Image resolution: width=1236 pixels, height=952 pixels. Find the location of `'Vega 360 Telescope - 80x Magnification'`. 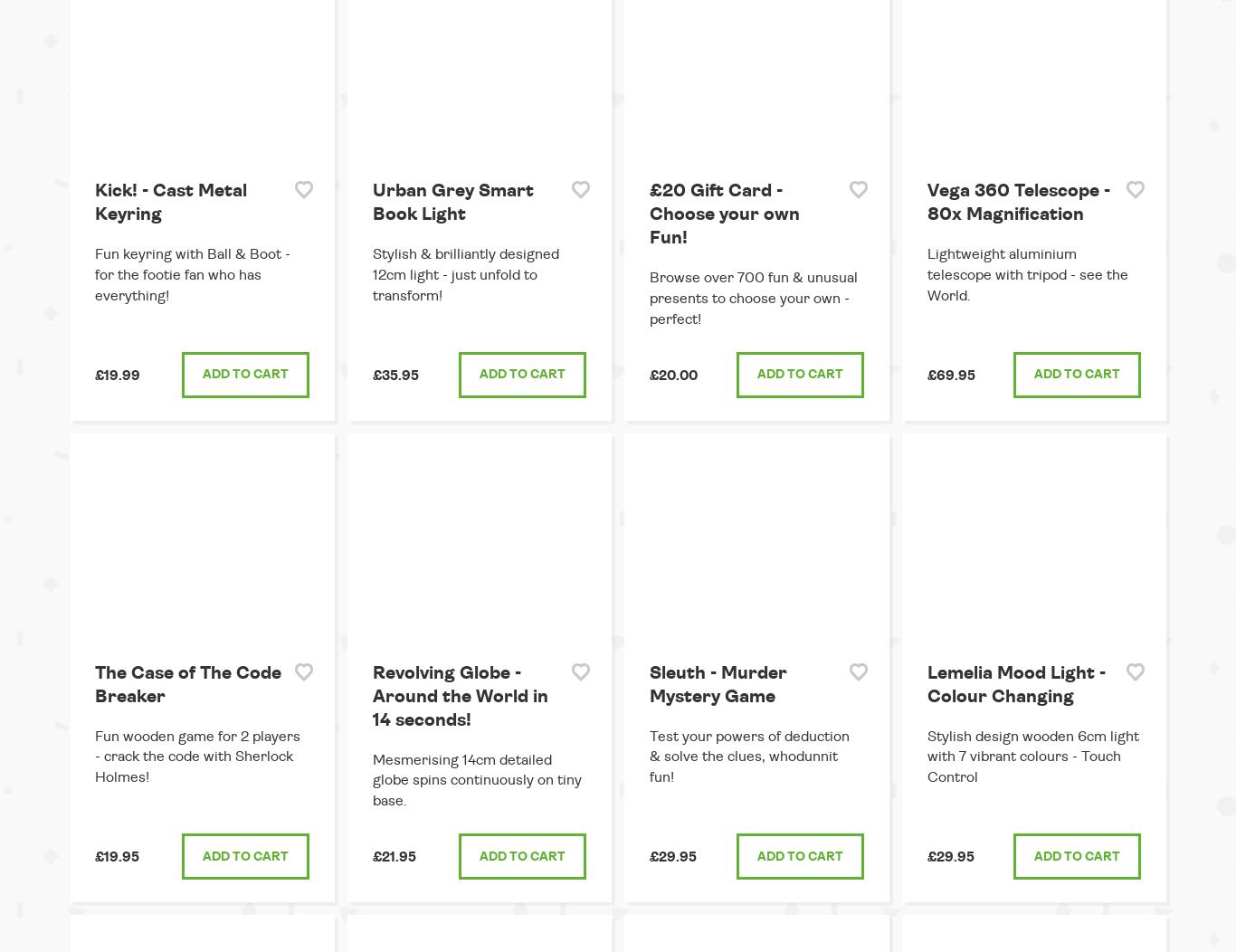

'Vega 360 Telescope - 80x Magnification' is located at coordinates (1017, 201).